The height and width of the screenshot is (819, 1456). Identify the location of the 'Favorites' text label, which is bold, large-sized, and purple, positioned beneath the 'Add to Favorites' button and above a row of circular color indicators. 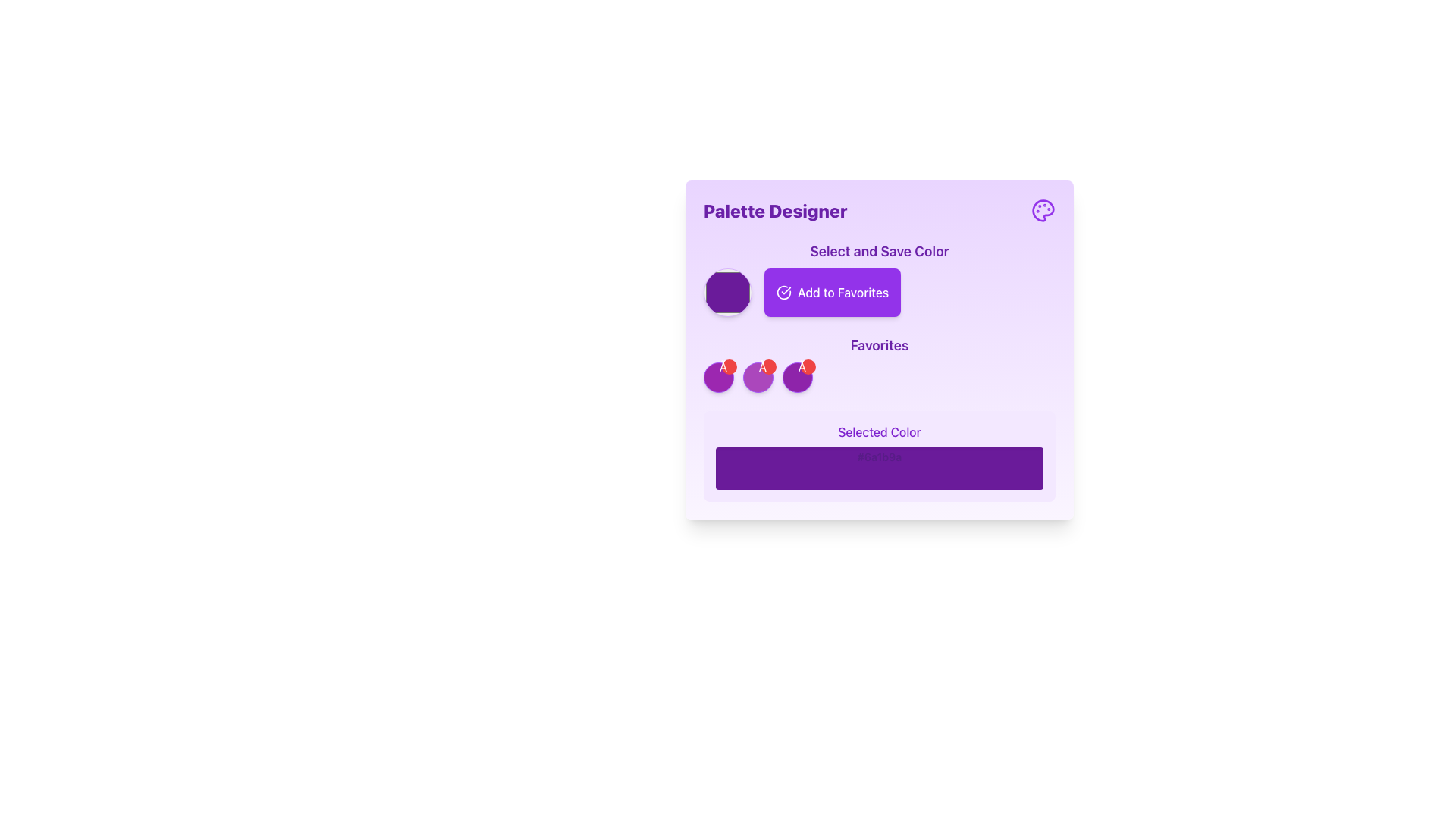
(880, 345).